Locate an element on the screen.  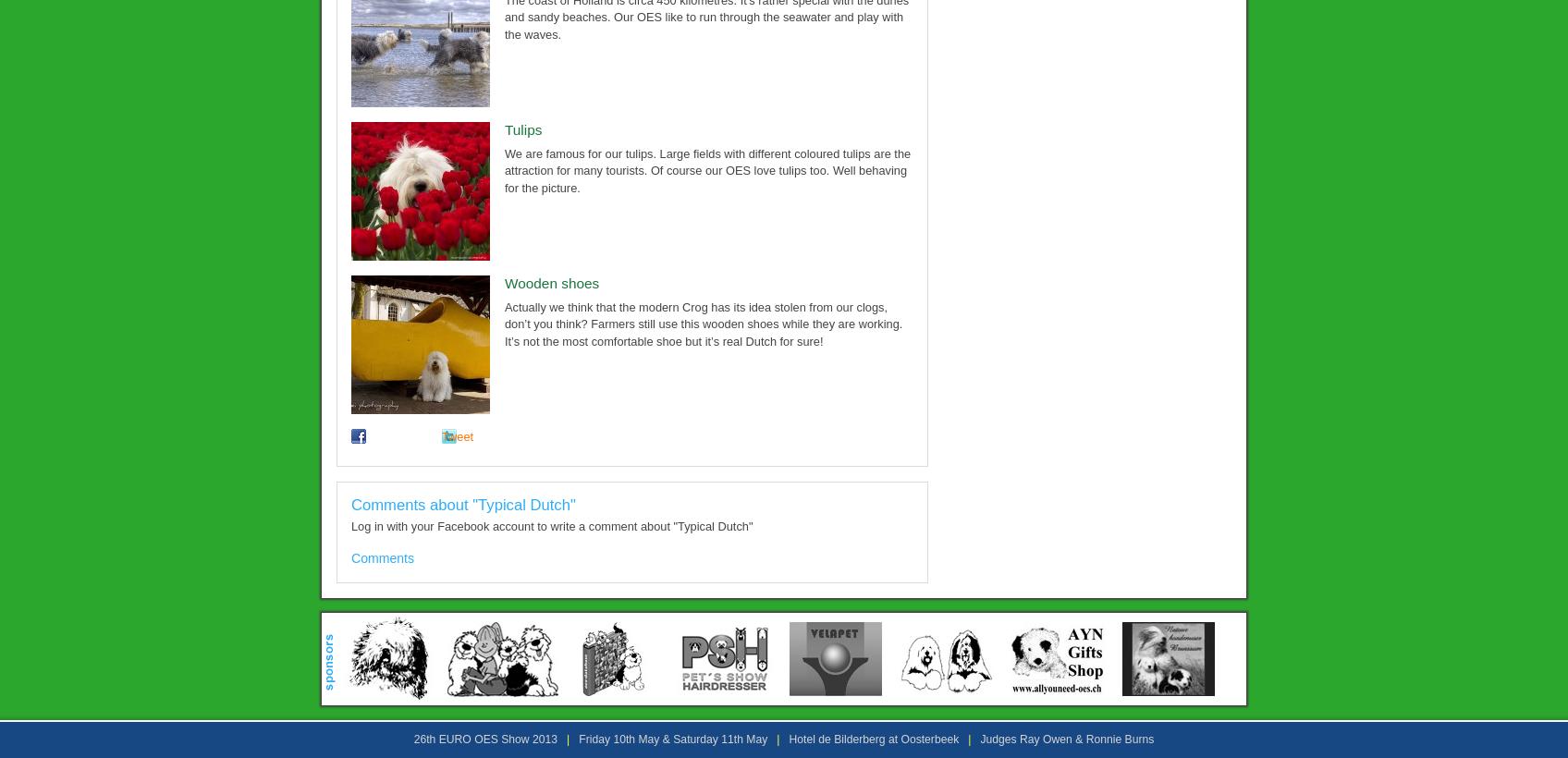
'26th EURO OES Show 2013' is located at coordinates (484, 739).